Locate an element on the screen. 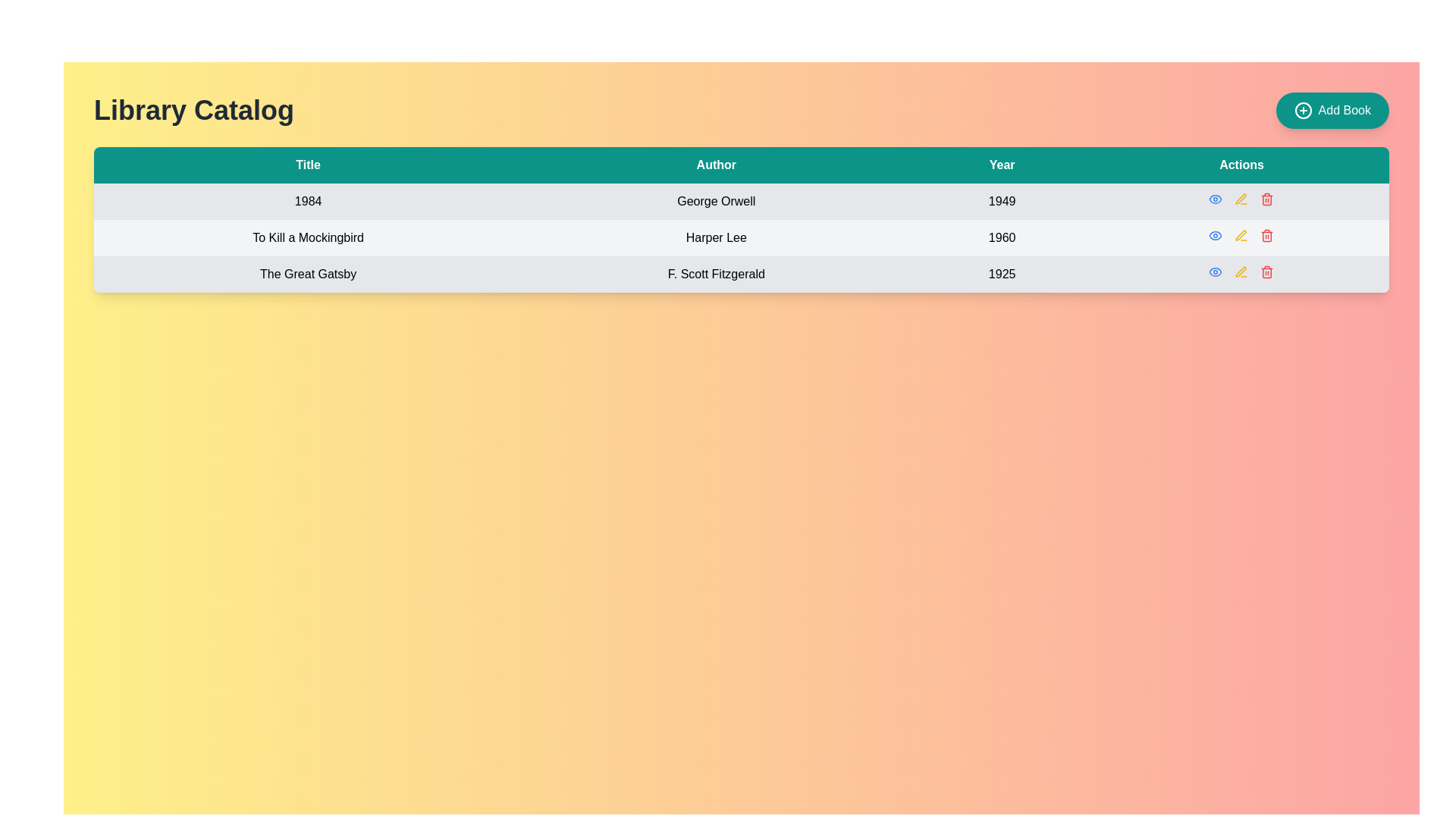 The width and height of the screenshot is (1456, 819). the 'Actions' column header in the table, which is the fourth column header located in the top right quadrant is located at coordinates (1241, 165).